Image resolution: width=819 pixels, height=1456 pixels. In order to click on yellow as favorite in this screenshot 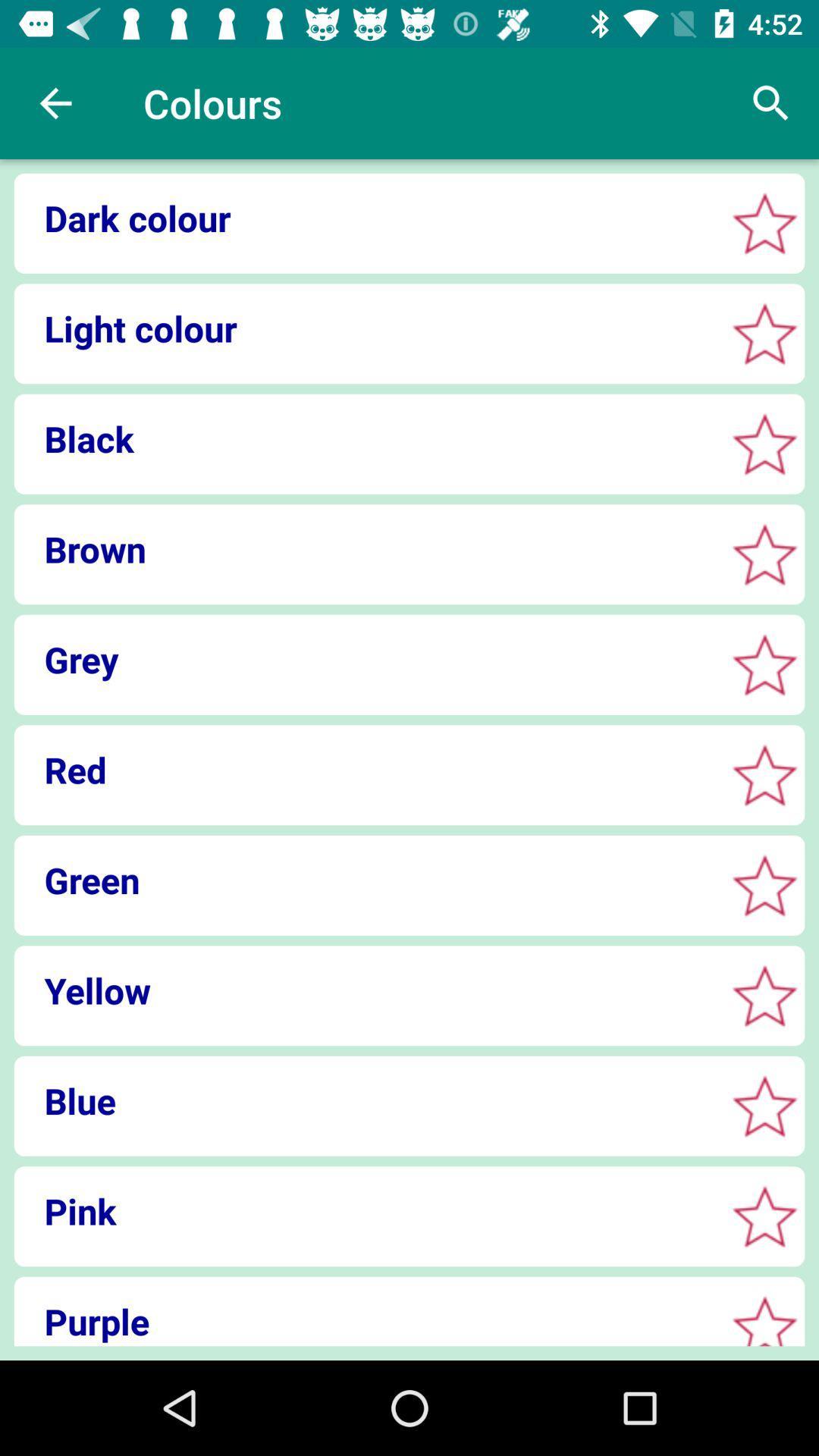, I will do `click(764, 996)`.